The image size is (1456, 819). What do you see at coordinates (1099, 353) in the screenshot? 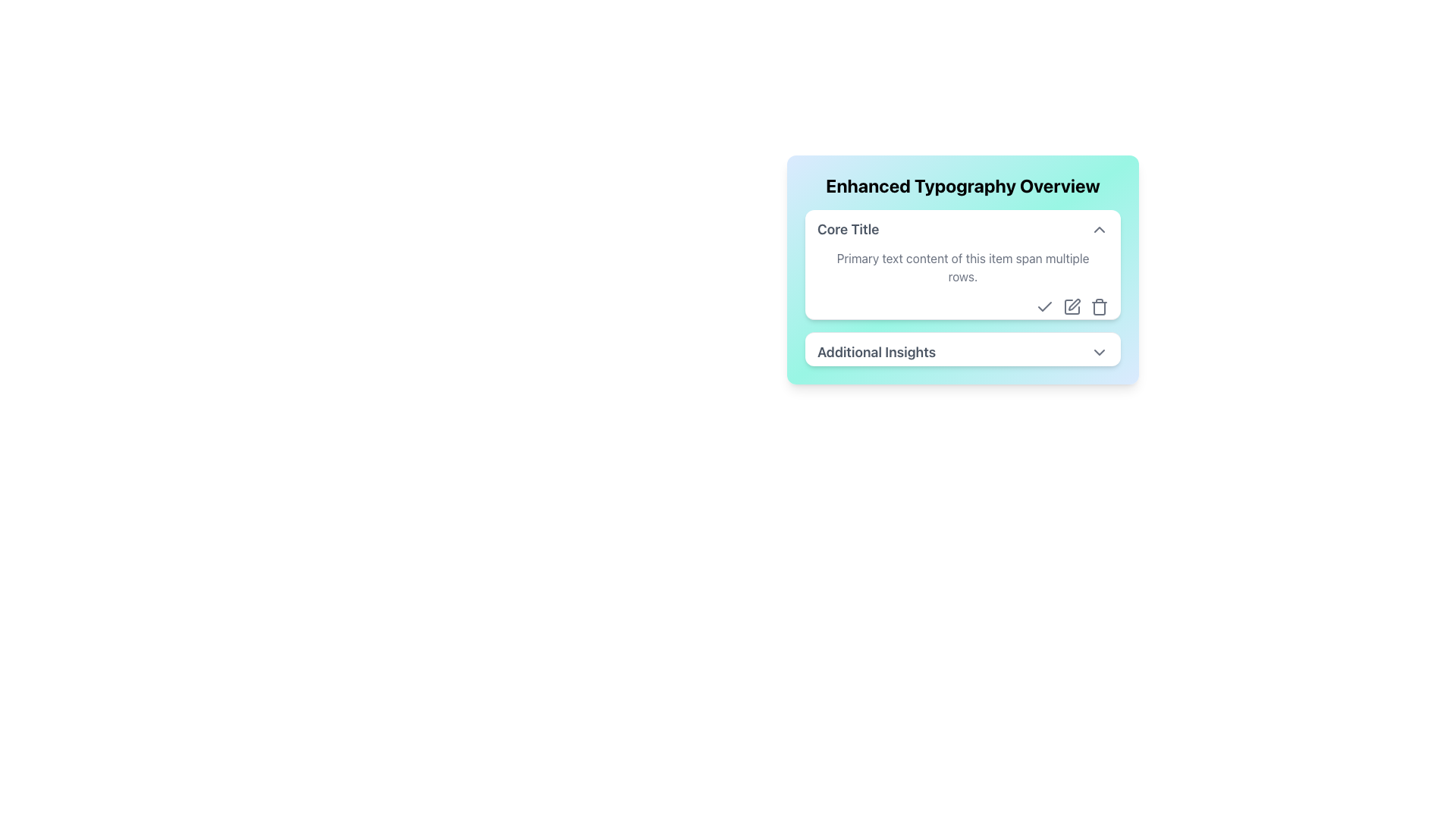
I see `the dropdown toggle button located to the far-right of the row containing the text 'Additional Insights'` at bounding box center [1099, 353].